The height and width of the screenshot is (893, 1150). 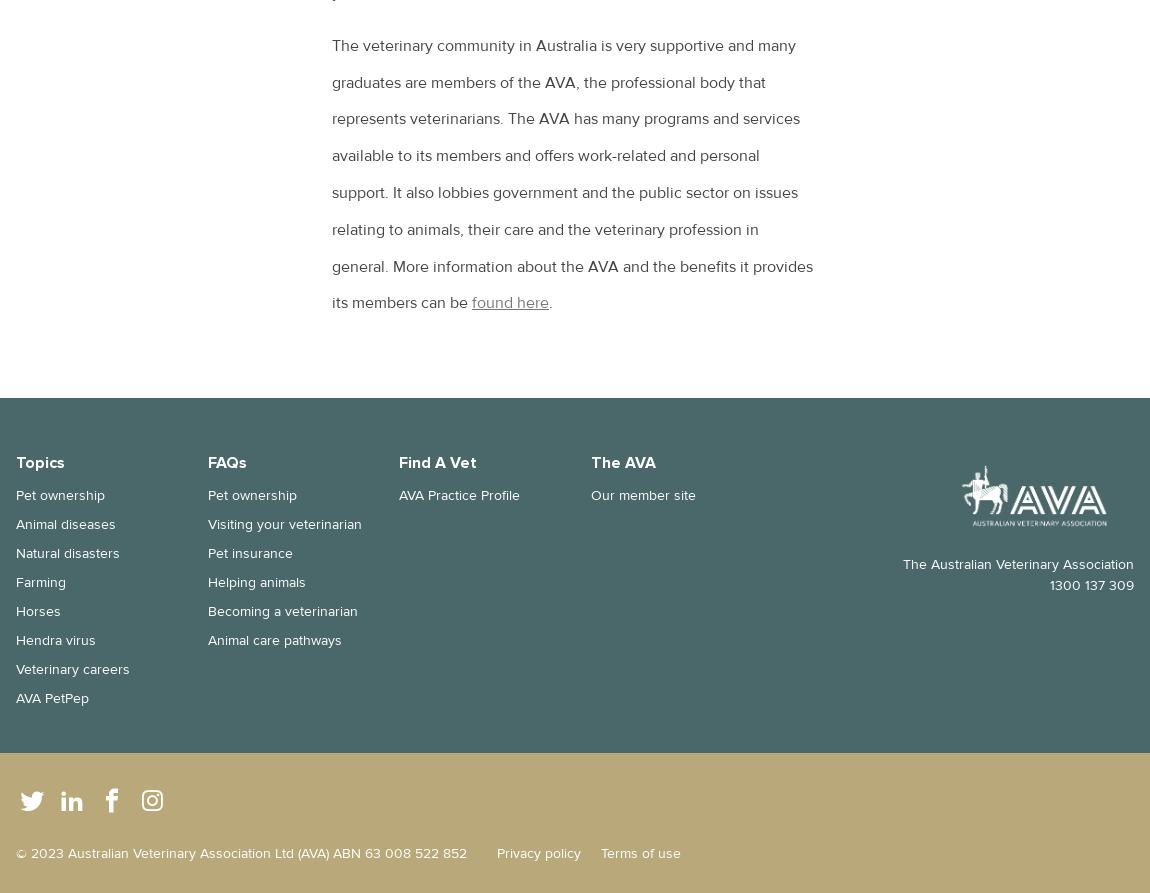 I want to click on 'Animal diseases', so click(x=65, y=523).